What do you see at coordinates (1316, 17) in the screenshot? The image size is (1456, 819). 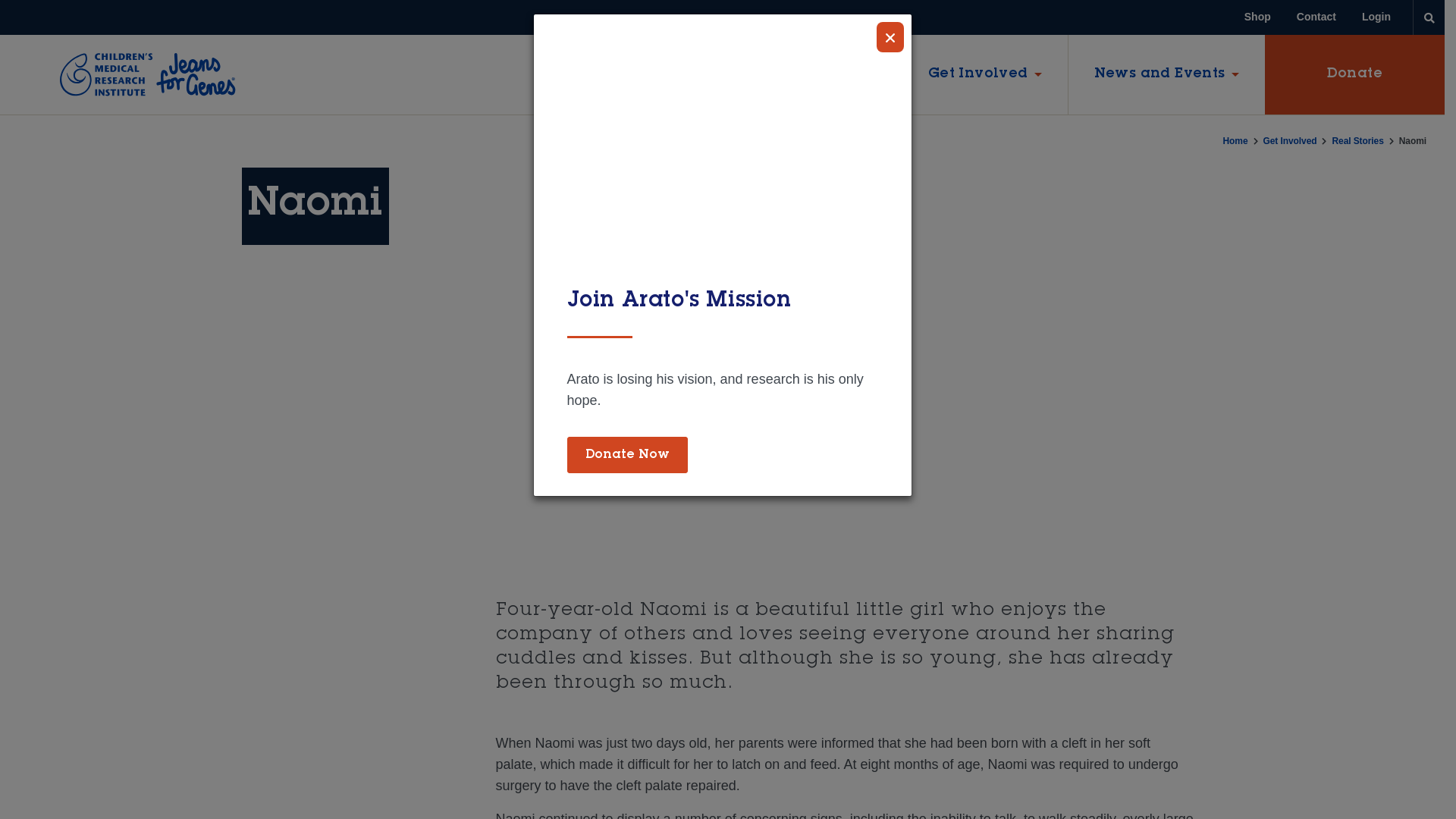 I see `'Contact'` at bounding box center [1316, 17].